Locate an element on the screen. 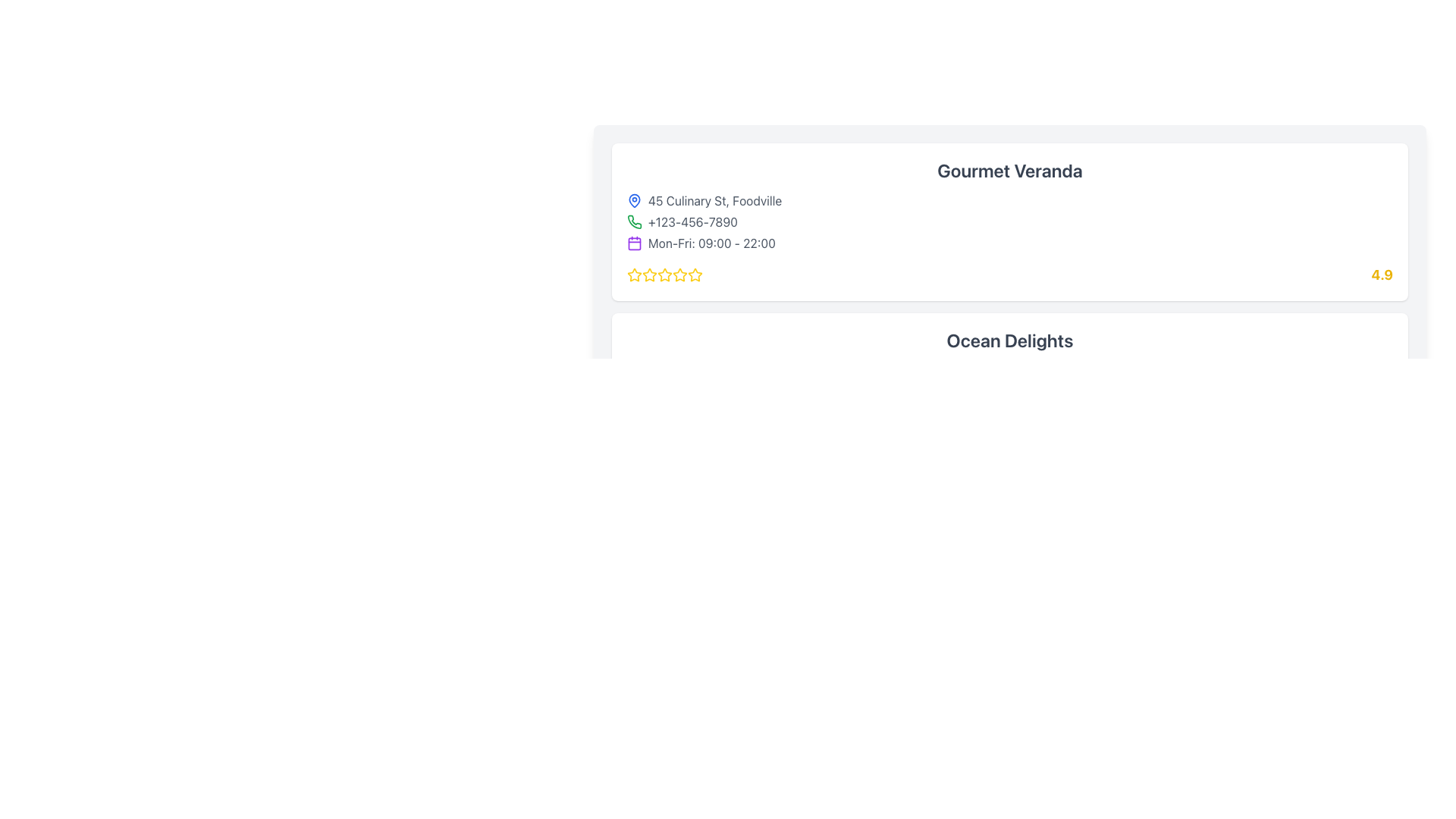  the small rectangular decorative element with rounded corners, styled in light purple, located in the lower central region of the calendar icon is located at coordinates (634, 242).